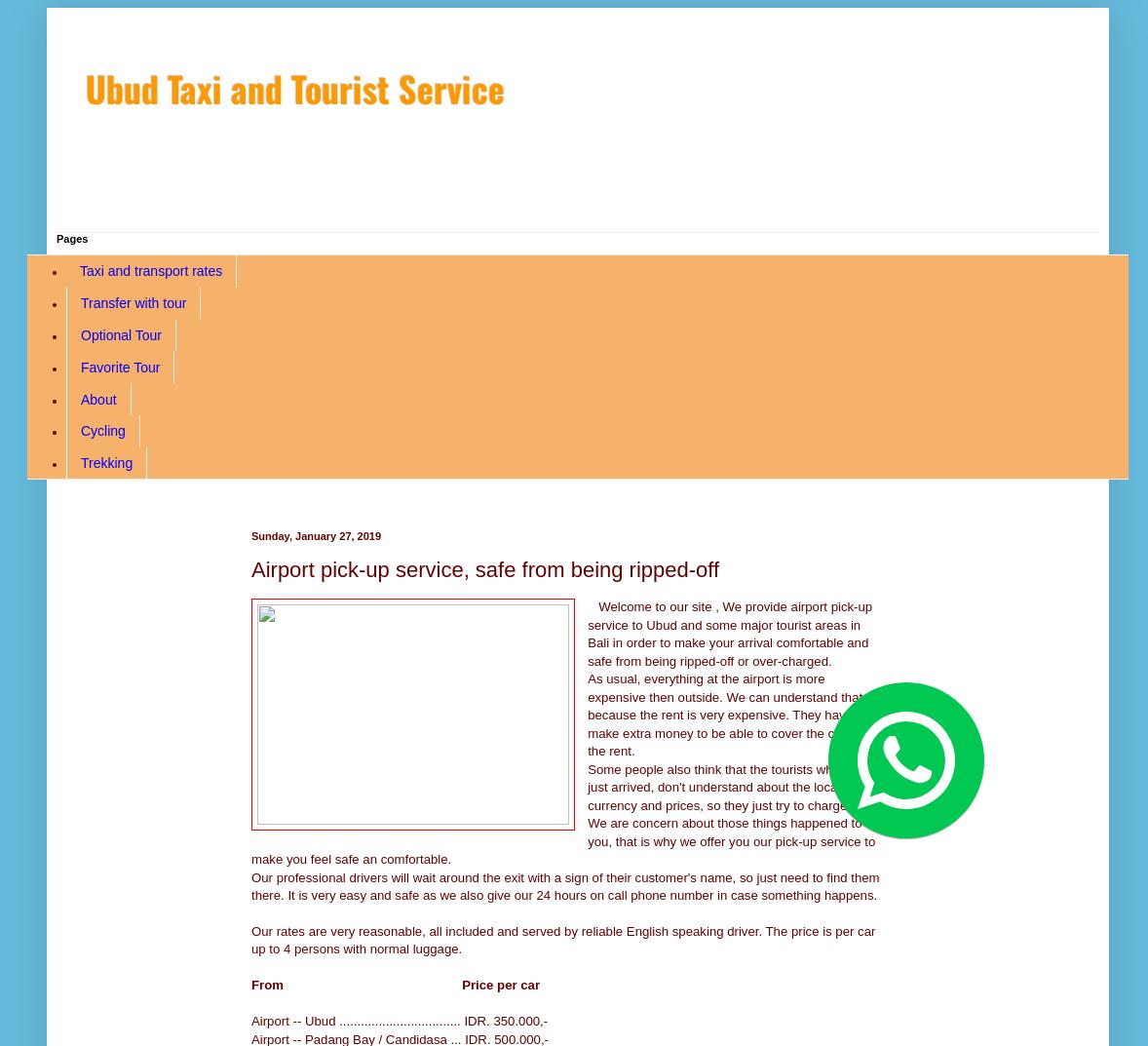 The image size is (1148, 1046). Describe the element at coordinates (70, 237) in the screenshot. I see `'Pages'` at that location.